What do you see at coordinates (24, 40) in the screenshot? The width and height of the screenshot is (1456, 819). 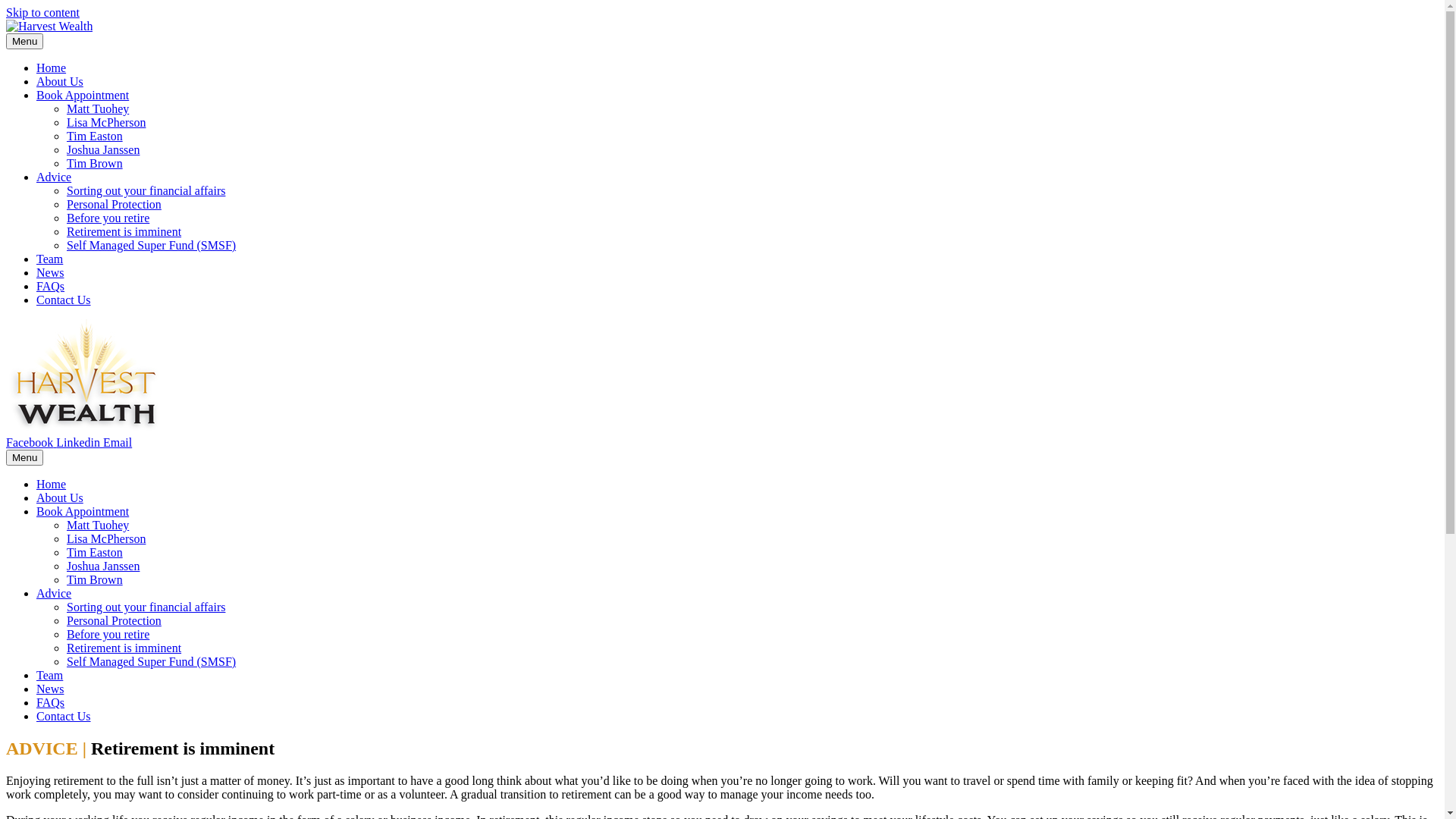 I see `'Menu'` at bounding box center [24, 40].